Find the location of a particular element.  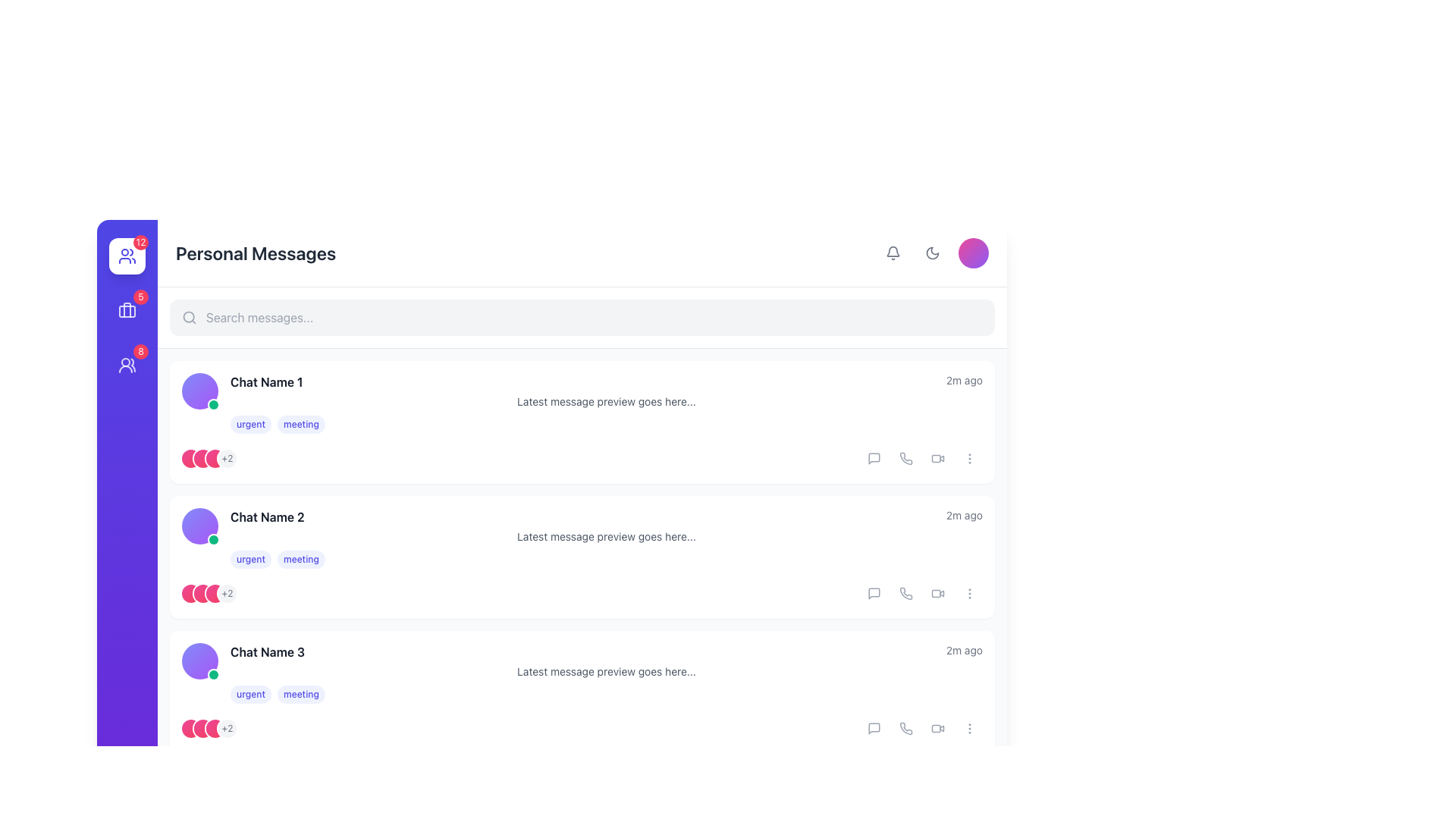

the text label providing a preview of the most recent message in the third chat entry below the header 'Chat Name 3' and above the labels 'urgent' and 'meeting' is located at coordinates (607, 671).